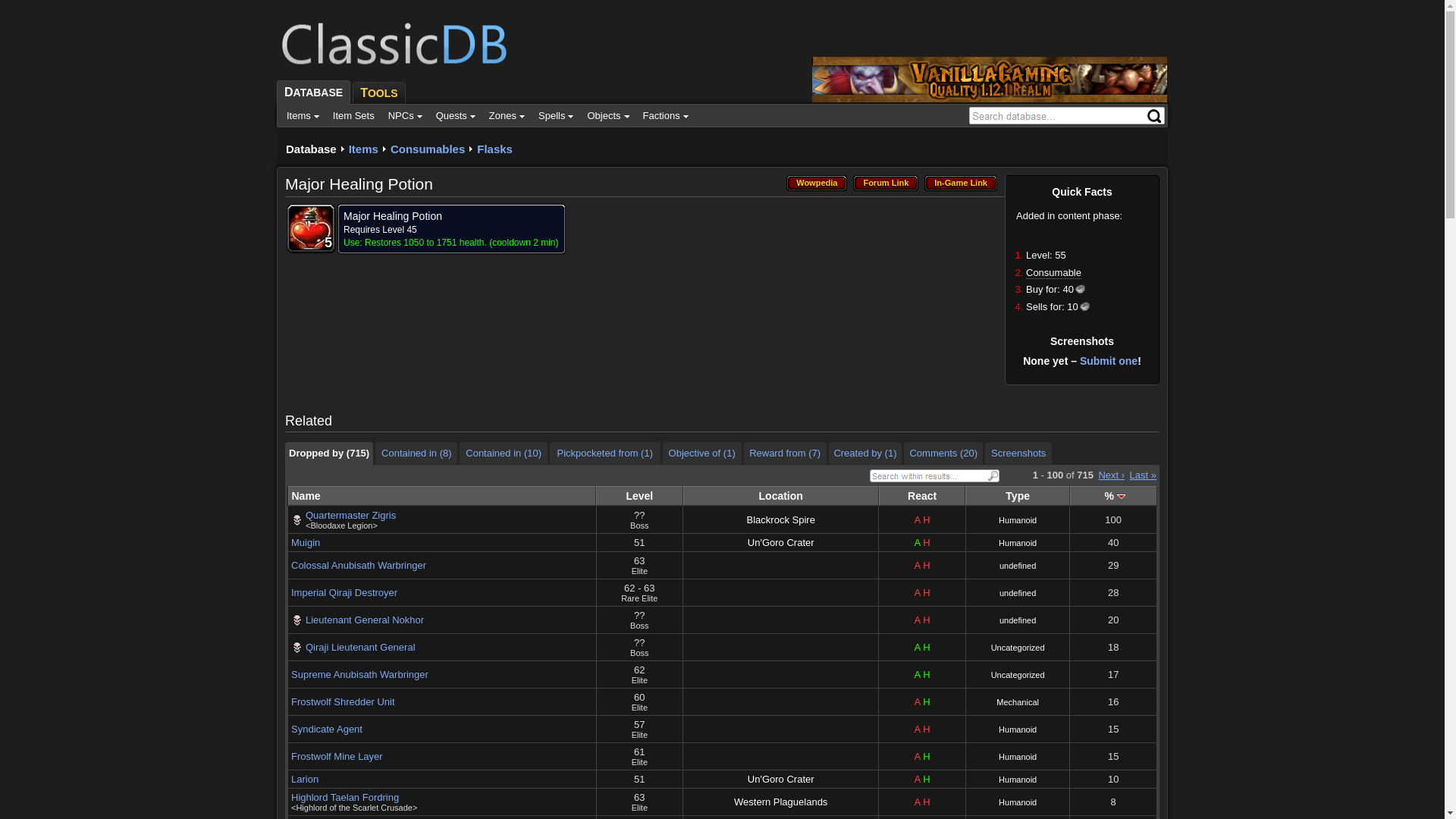 Image resolution: width=1456 pixels, height=819 pixels. Describe the element at coordinates (996, 701) in the screenshot. I see `'Mechanical'` at that location.